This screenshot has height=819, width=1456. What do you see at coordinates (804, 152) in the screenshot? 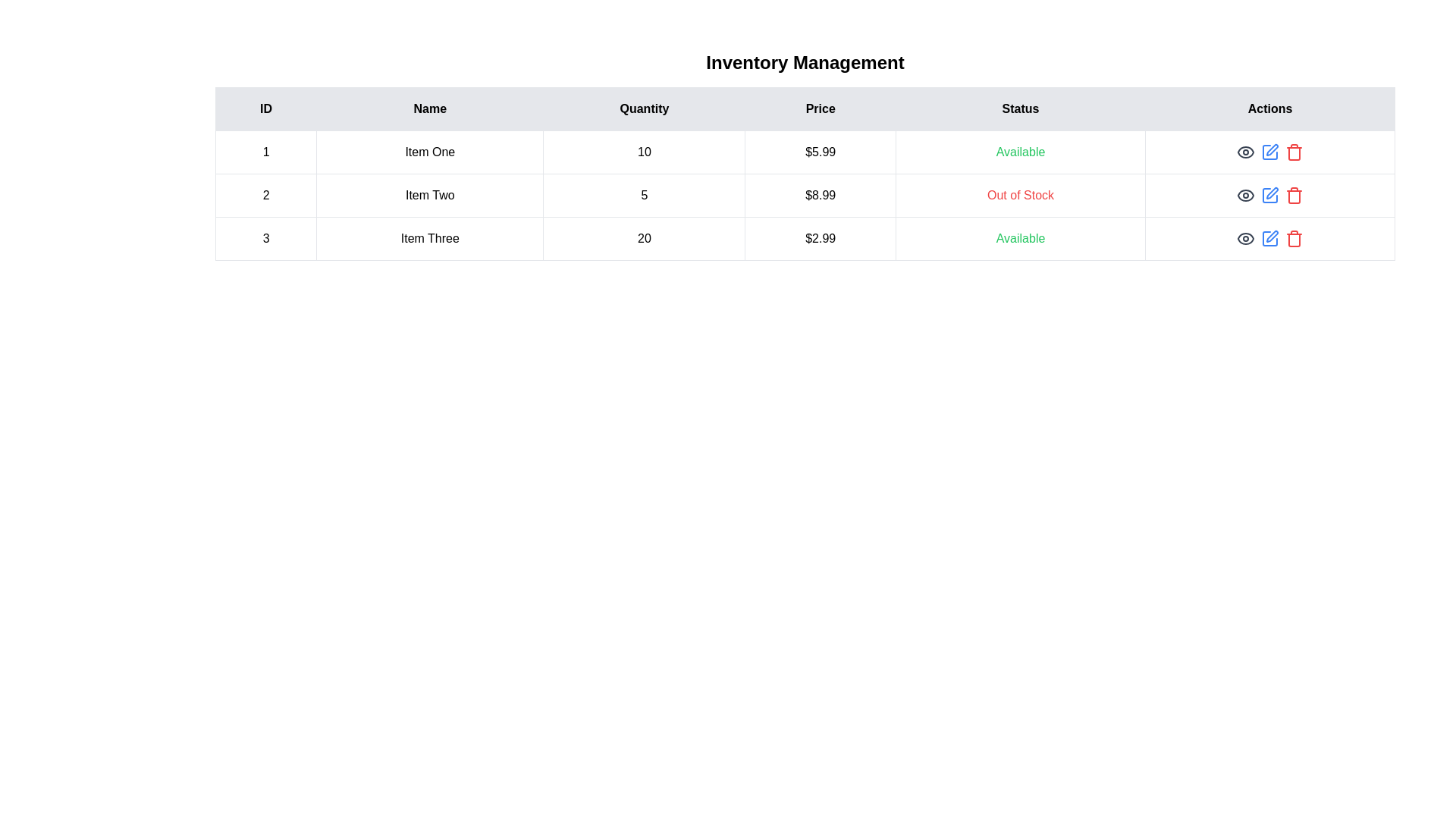
I see `the row corresponding to 1` at bounding box center [804, 152].